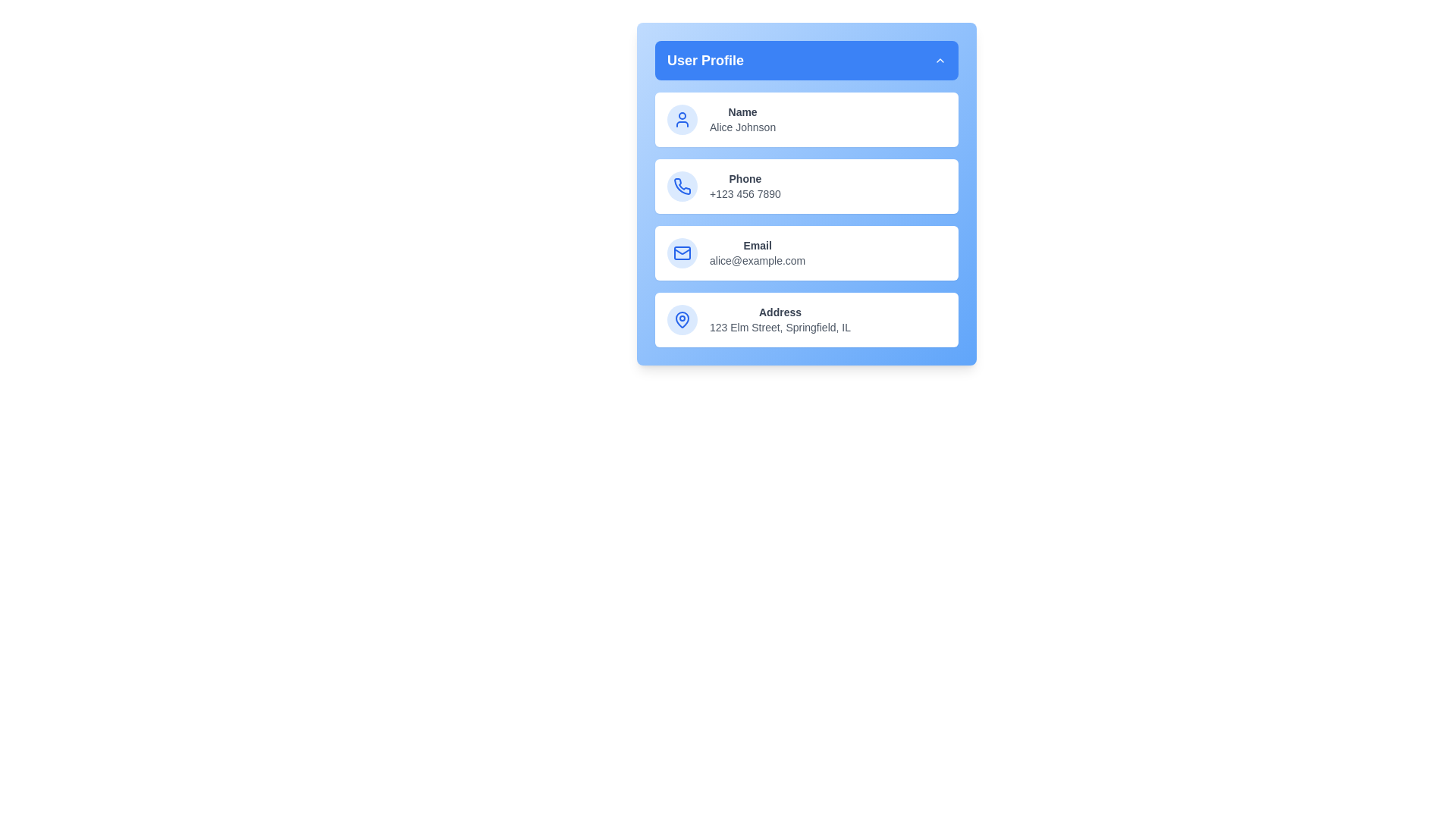 Image resolution: width=1456 pixels, height=819 pixels. What do you see at coordinates (939, 60) in the screenshot?
I see `the toggle icon on the far right of the 'User Profile' header` at bounding box center [939, 60].